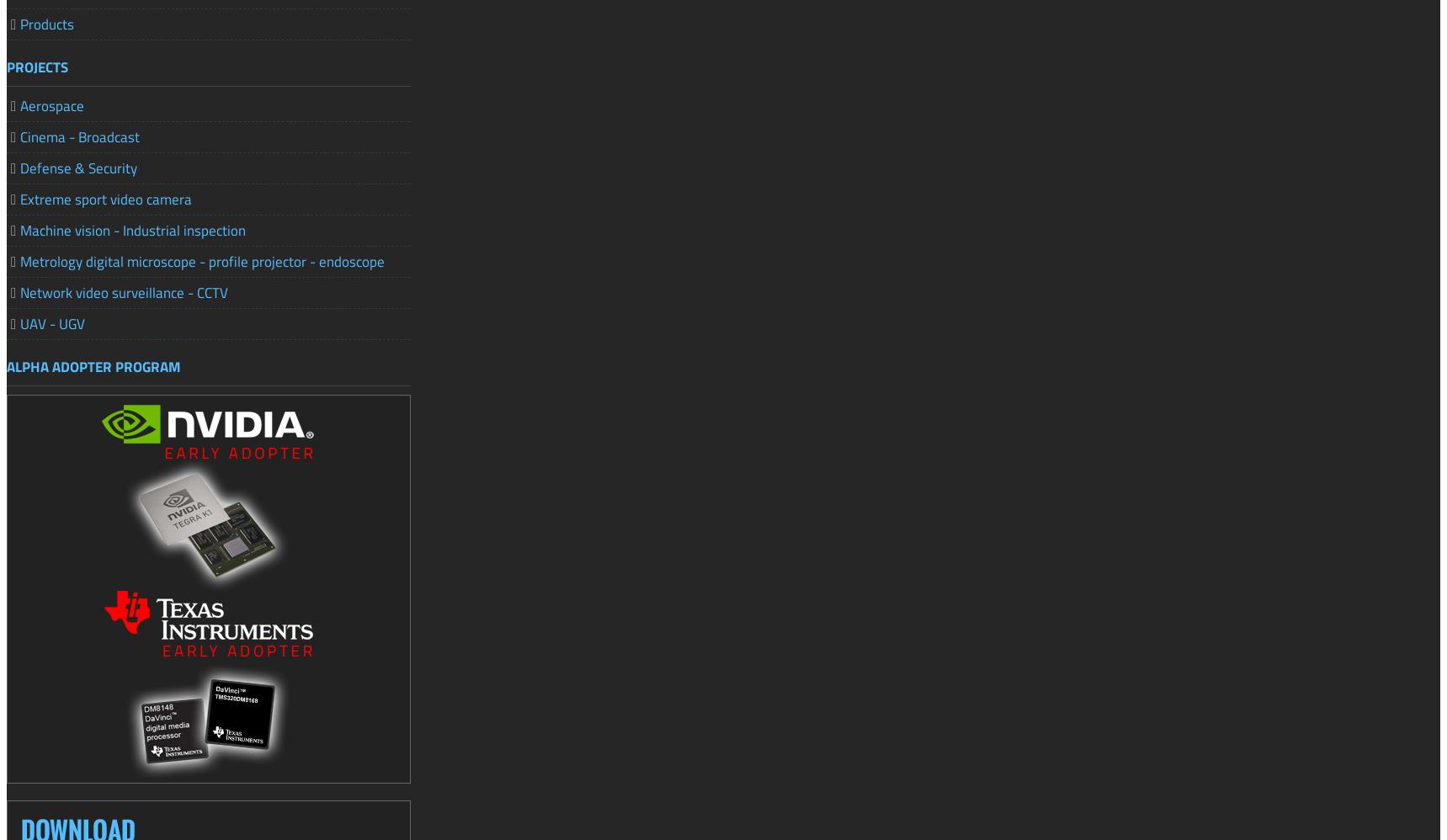  Describe the element at coordinates (36, 66) in the screenshot. I see `'PROJECTS'` at that location.